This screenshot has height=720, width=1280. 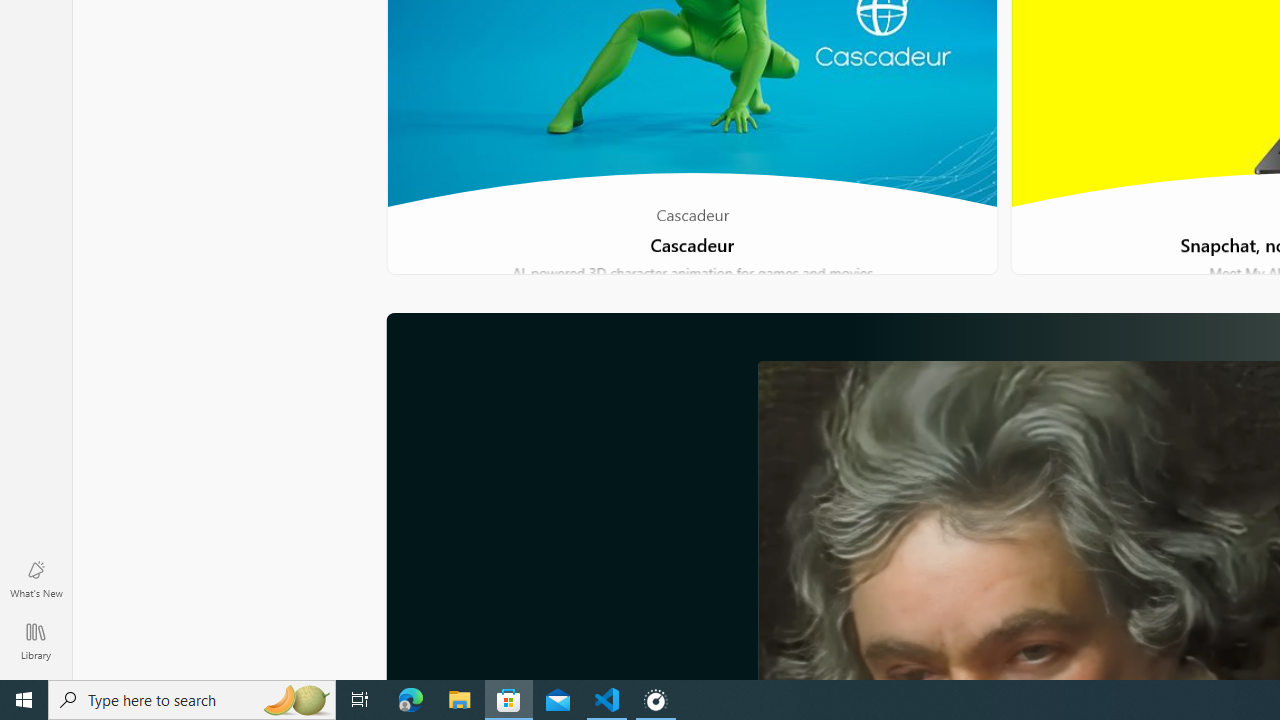 What do you see at coordinates (35, 640) in the screenshot?
I see `'Library'` at bounding box center [35, 640].